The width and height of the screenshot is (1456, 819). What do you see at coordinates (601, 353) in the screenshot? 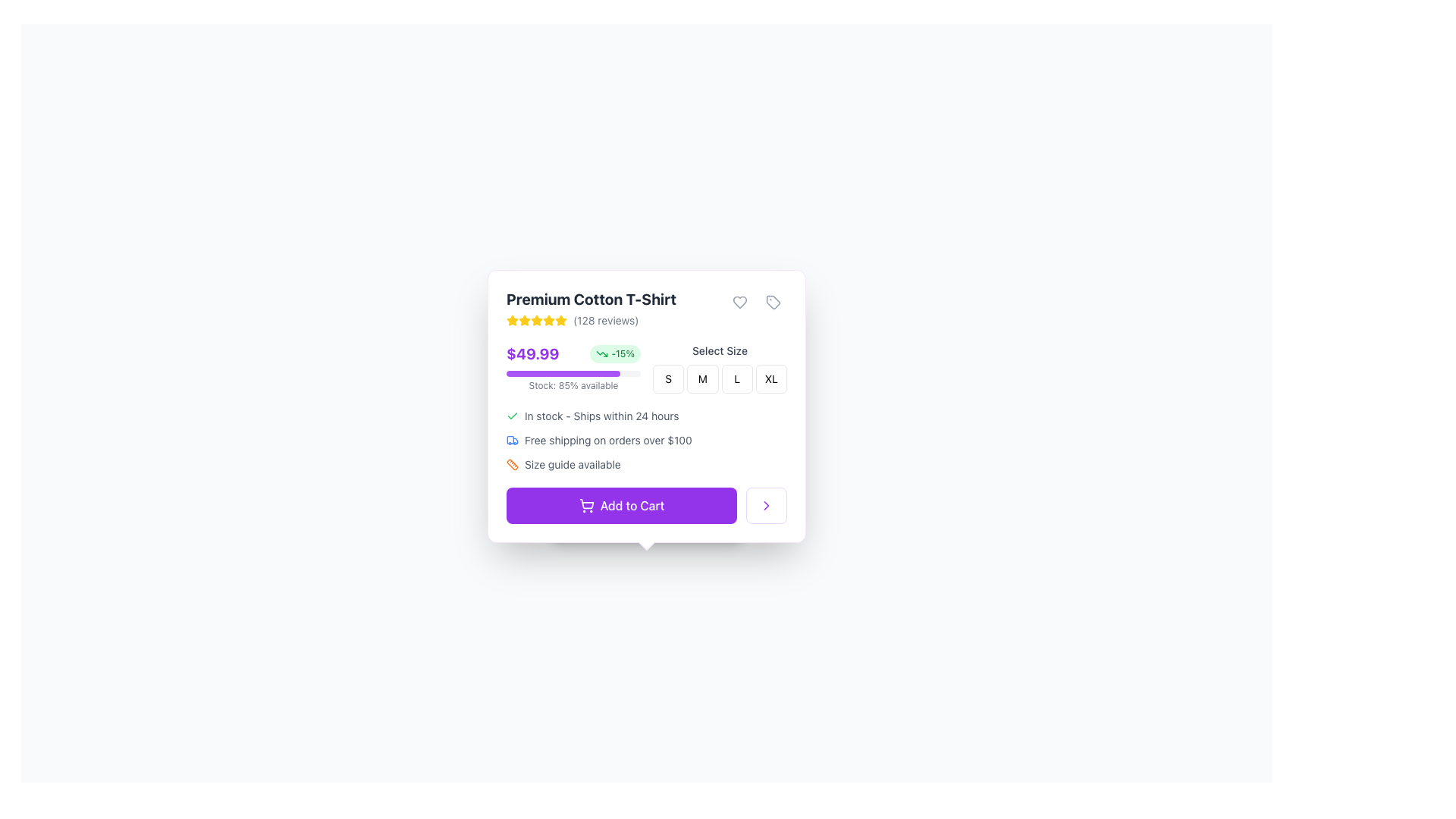
I see `the discount icon that indicates a decrease in value, located to the left of the '-15%' text within a green circular badge` at bounding box center [601, 353].